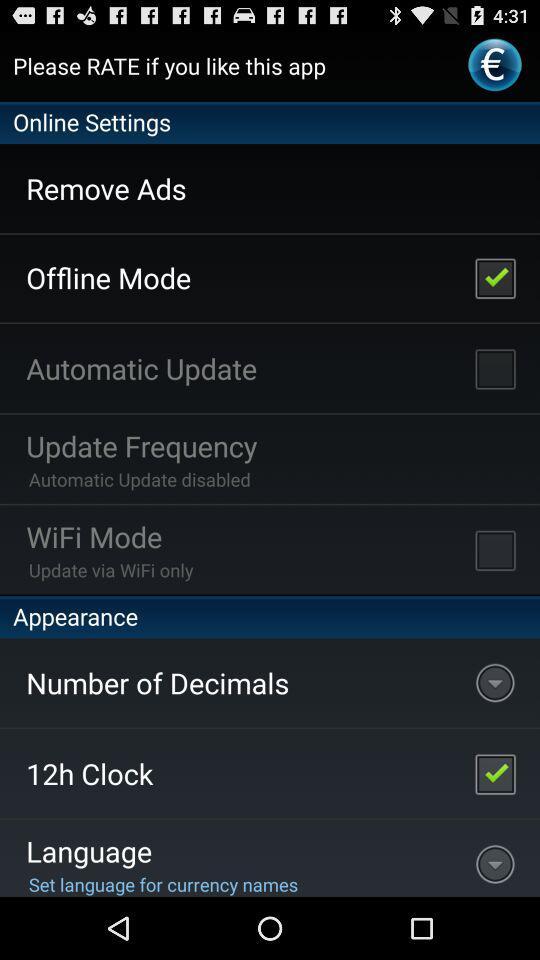 The image size is (540, 960). What do you see at coordinates (494, 772) in the screenshot?
I see `time as 12 or 24 digits` at bounding box center [494, 772].